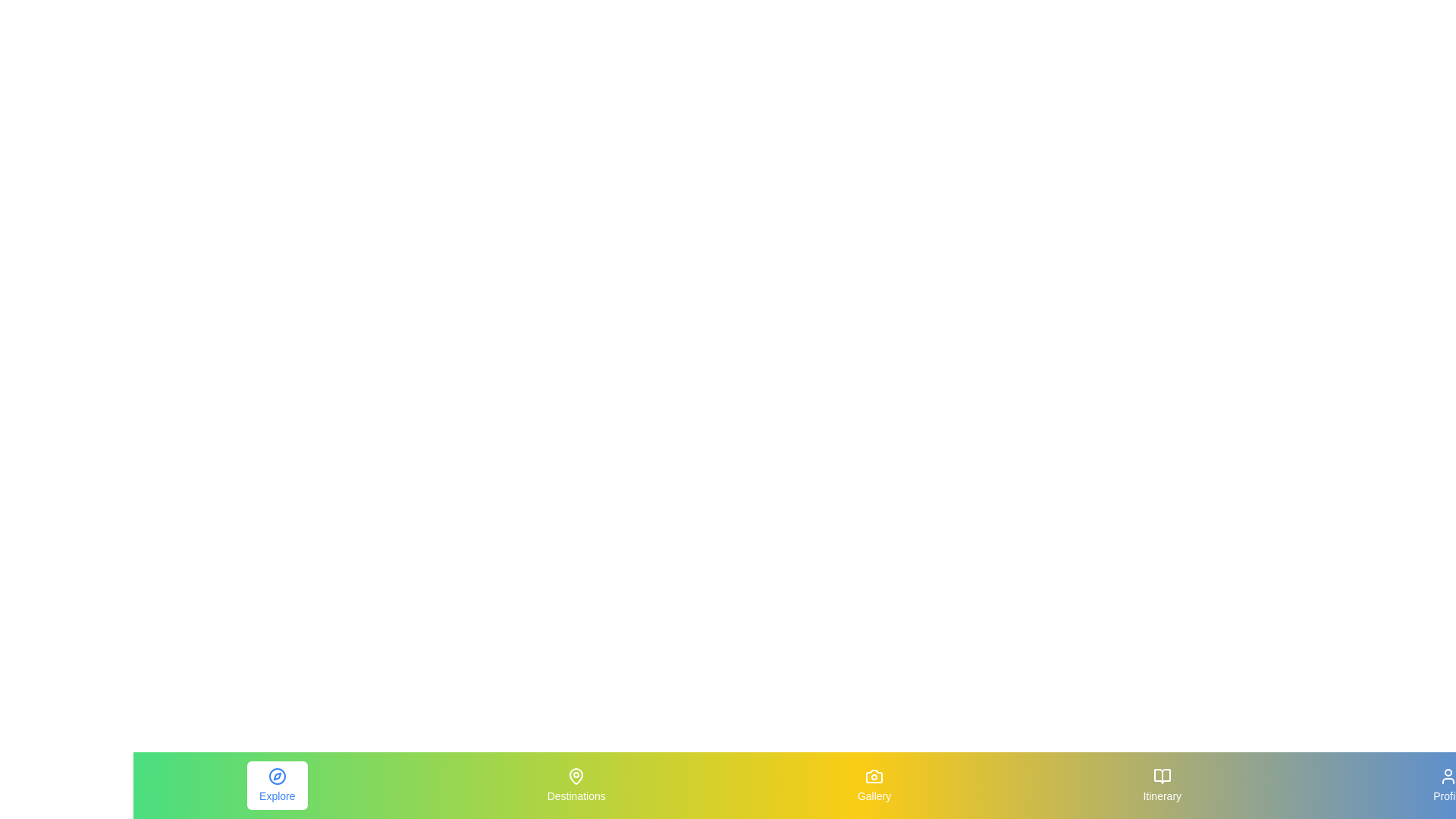 The width and height of the screenshot is (1456, 819). I want to click on the Explore tab by clicking on its respective icon or label, so click(277, 785).